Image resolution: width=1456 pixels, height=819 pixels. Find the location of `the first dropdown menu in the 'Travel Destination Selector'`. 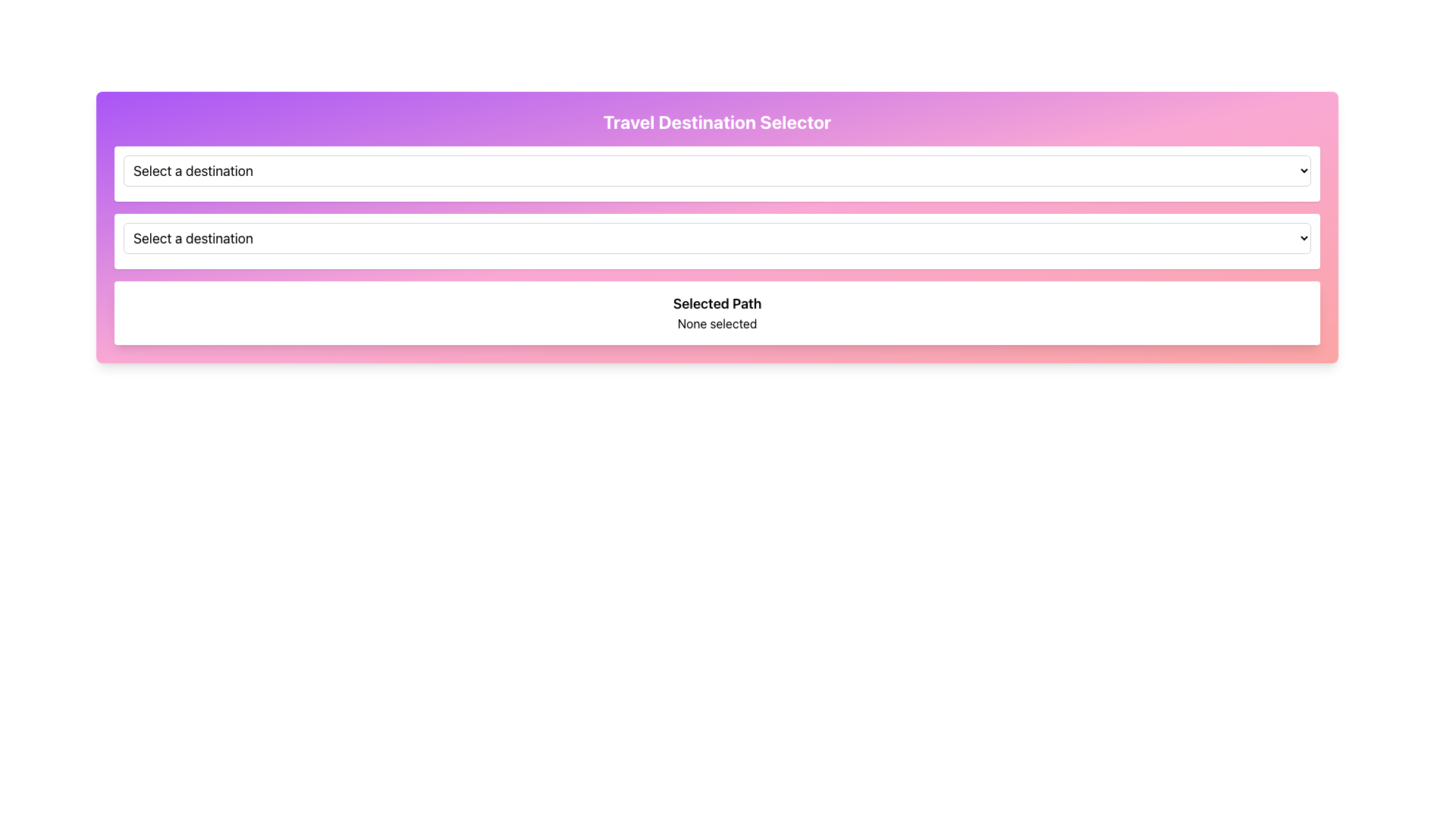

the first dropdown menu in the 'Travel Destination Selector' is located at coordinates (716, 173).